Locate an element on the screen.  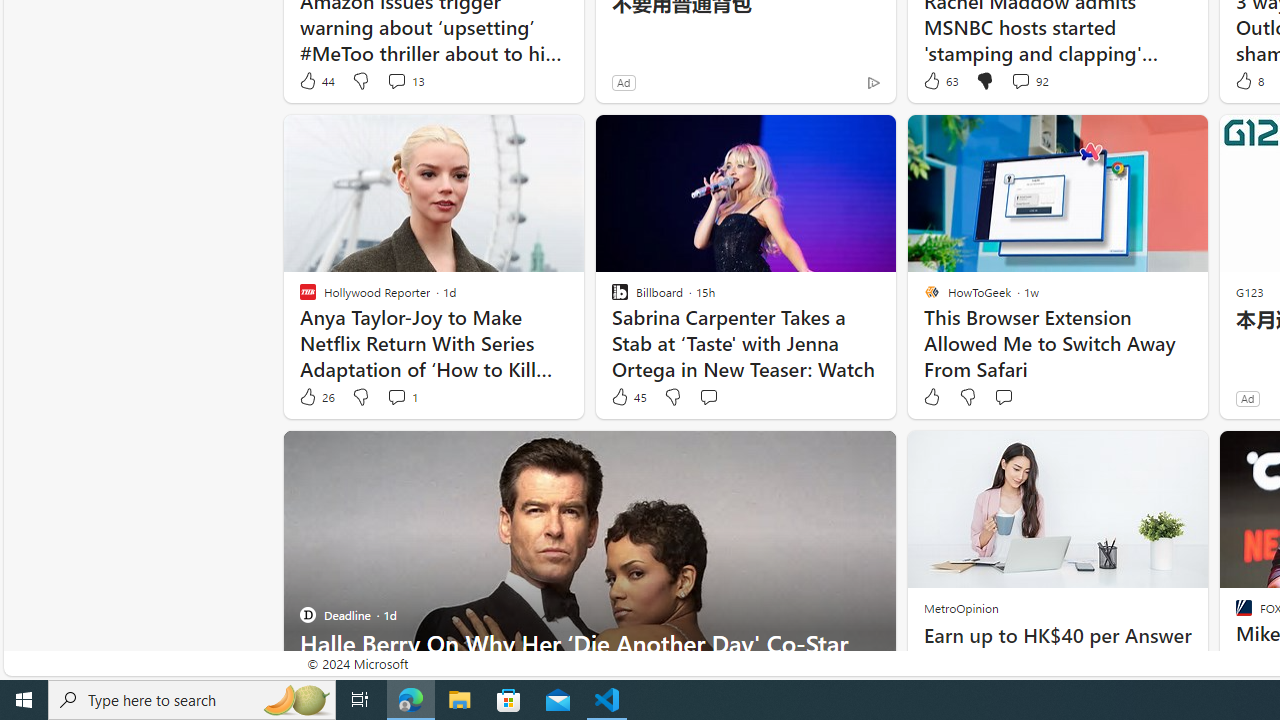
'View comments 92 Comment' is located at coordinates (1020, 80).